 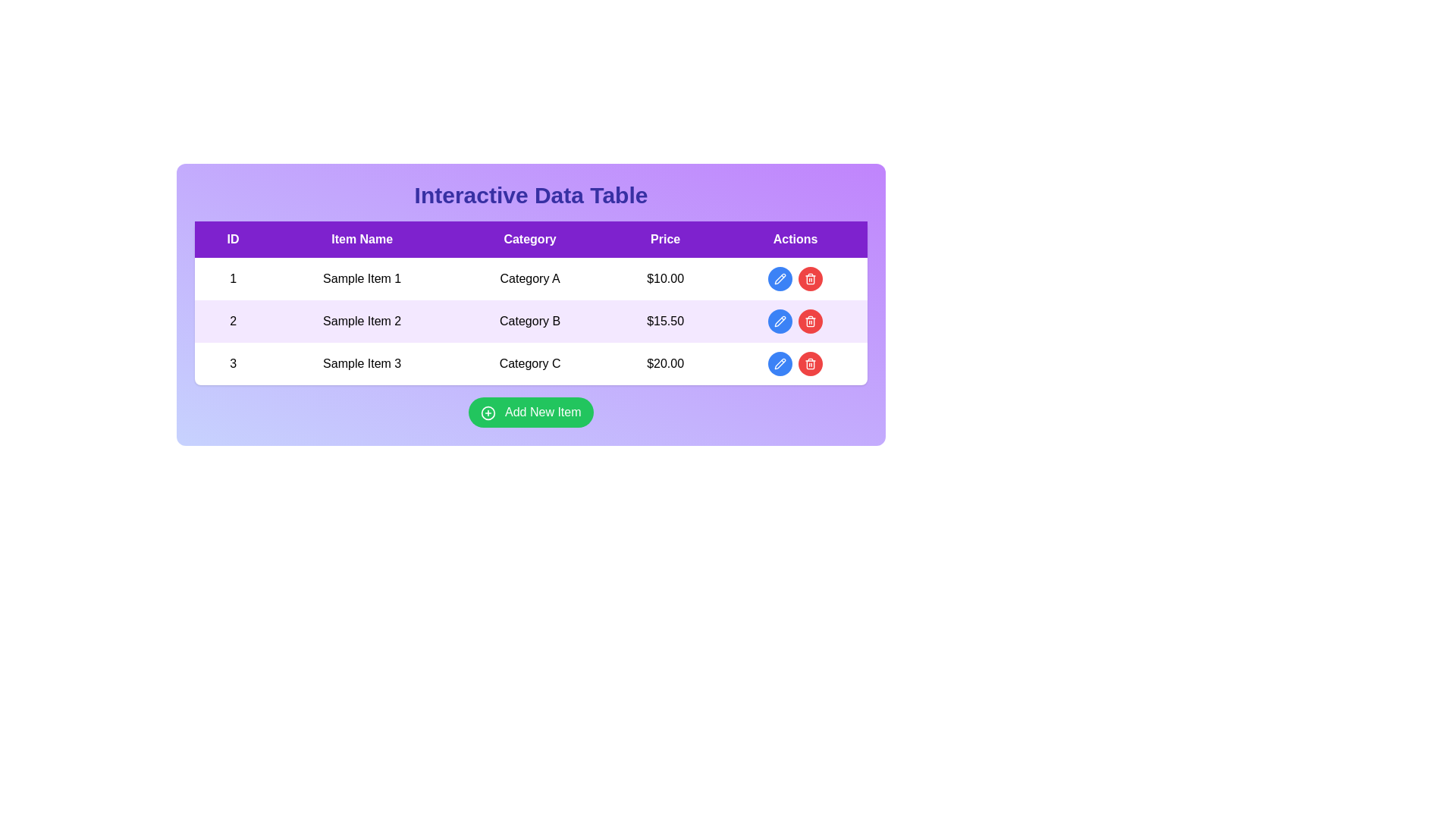 What do you see at coordinates (530, 278) in the screenshot?
I see `the 'Category' text label in the interactive data table, which is located in the second cell of the first row, between 'Sample Item 1' and '$10.00'` at bounding box center [530, 278].